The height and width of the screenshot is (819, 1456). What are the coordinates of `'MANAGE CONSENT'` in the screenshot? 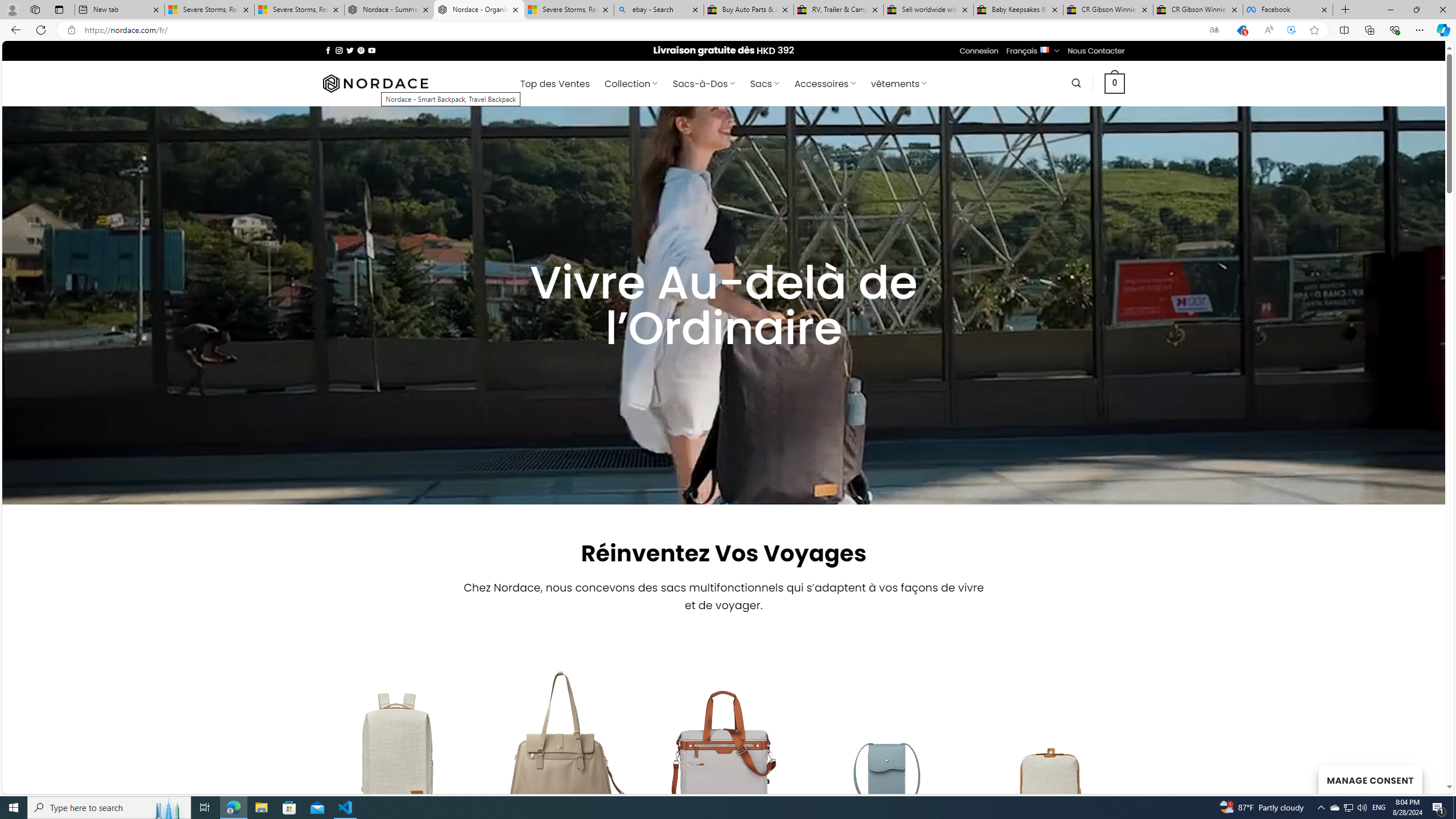 It's located at (1370, 779).